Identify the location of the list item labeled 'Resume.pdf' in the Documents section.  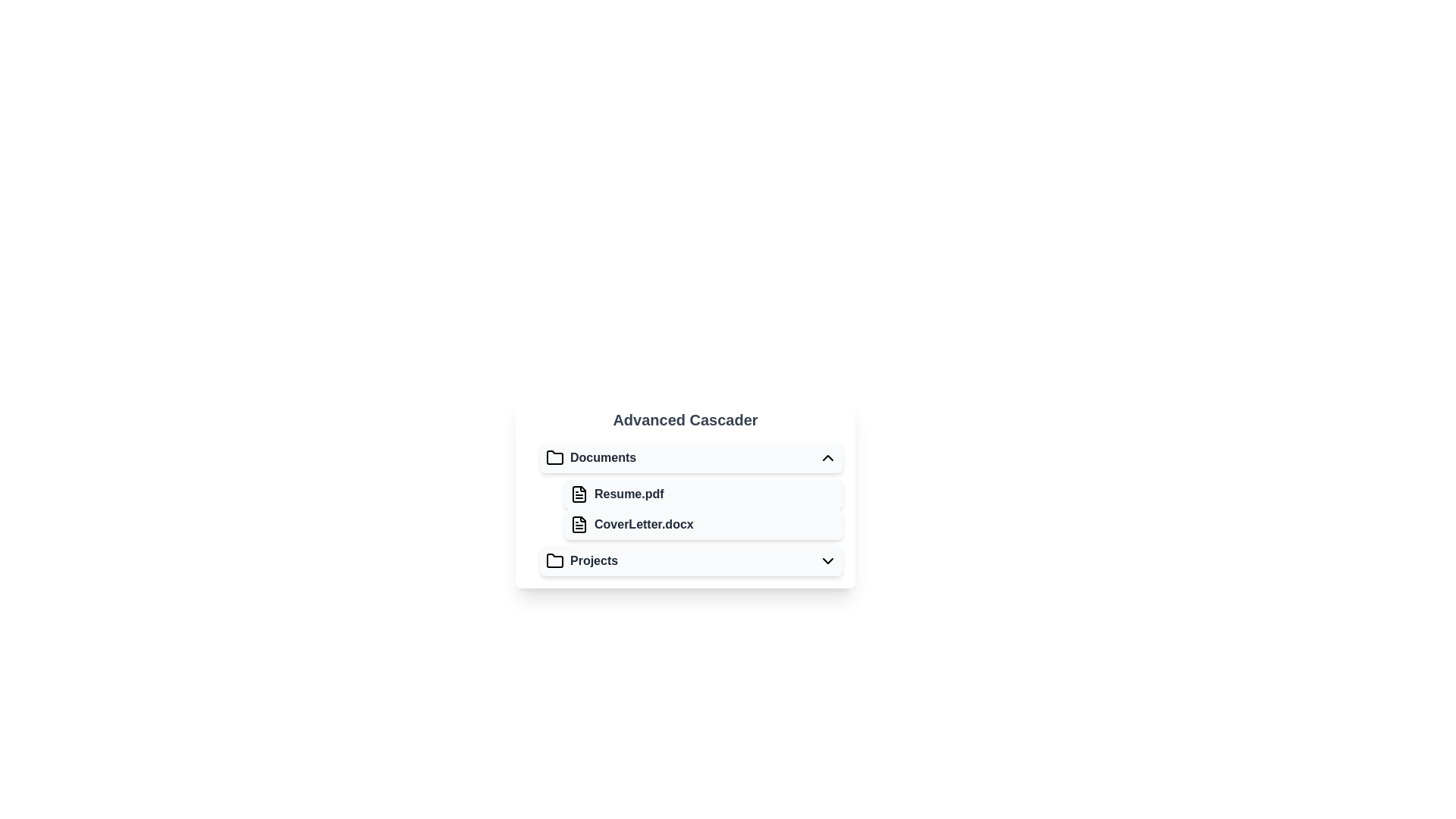
(617, 494).